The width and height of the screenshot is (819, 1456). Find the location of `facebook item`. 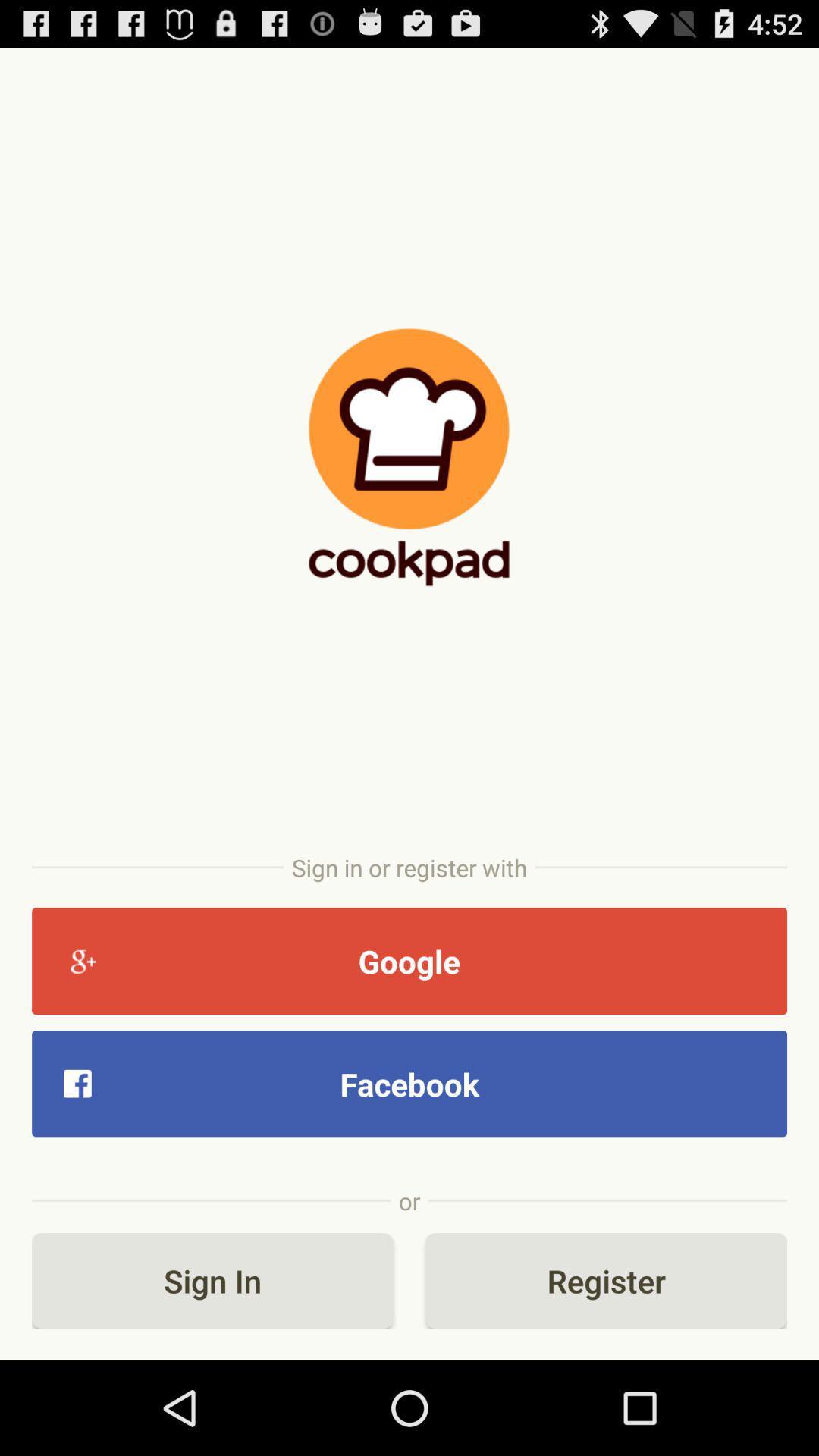

facebook item is located at coordinates (409, 1083).